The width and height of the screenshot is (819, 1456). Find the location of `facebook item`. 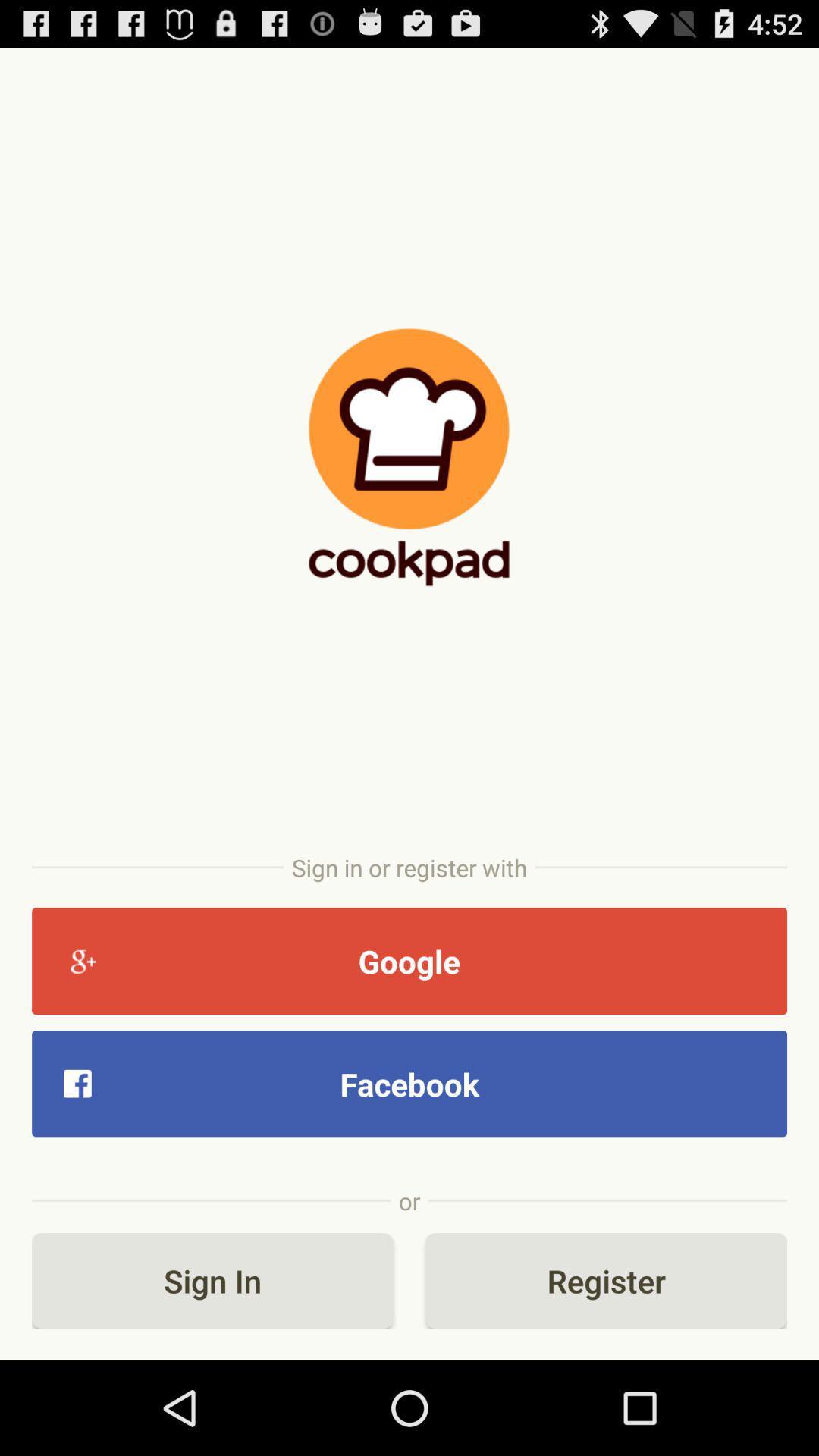

facebook item is located at coordinates (409, 1083).